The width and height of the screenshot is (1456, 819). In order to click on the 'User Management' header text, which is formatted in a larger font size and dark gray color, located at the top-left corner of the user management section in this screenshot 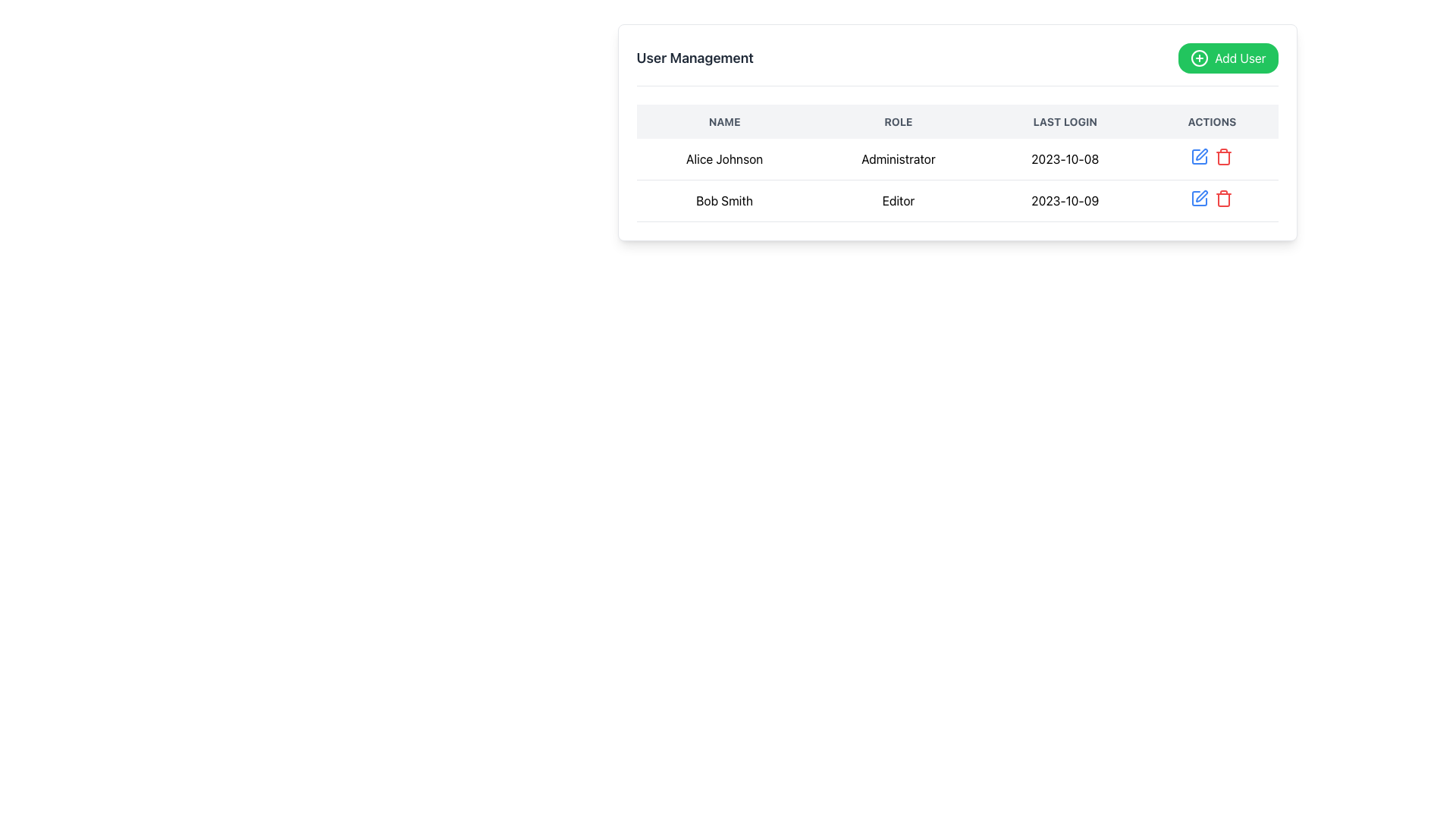, I will do `click(694, 58)`.